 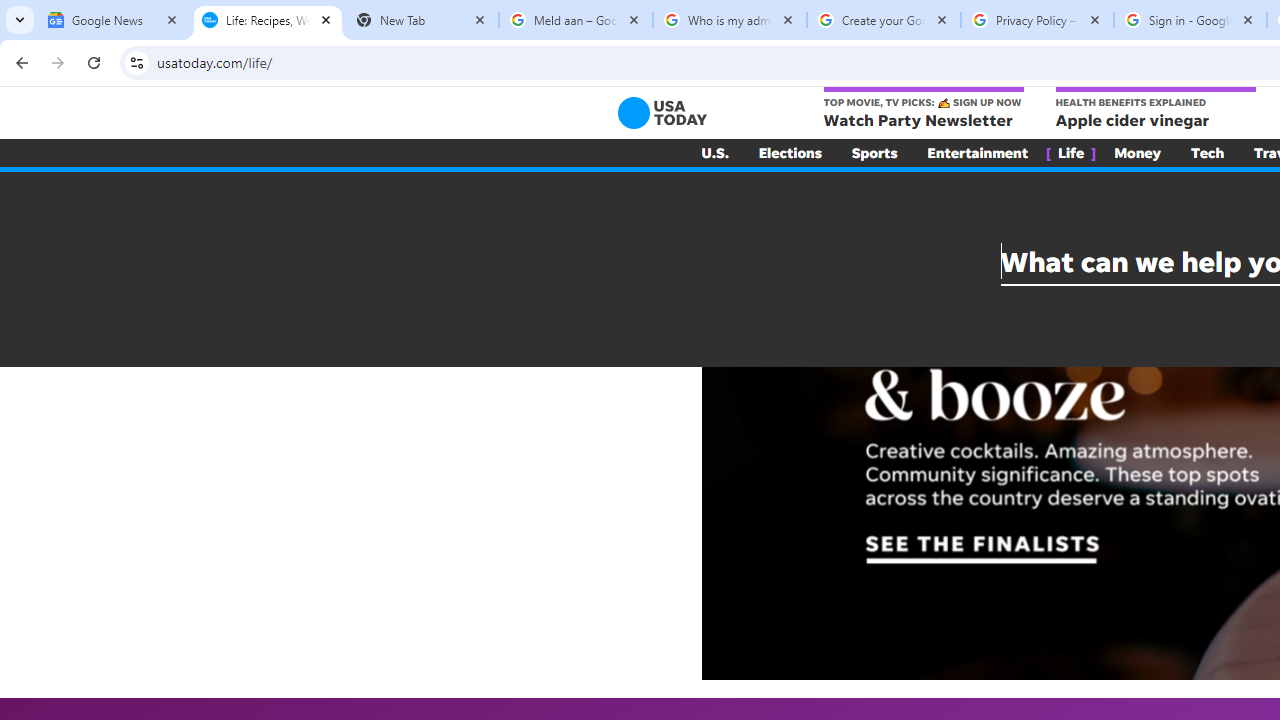 I want to click on 'USA TODAY', so click(x=661, y=113).